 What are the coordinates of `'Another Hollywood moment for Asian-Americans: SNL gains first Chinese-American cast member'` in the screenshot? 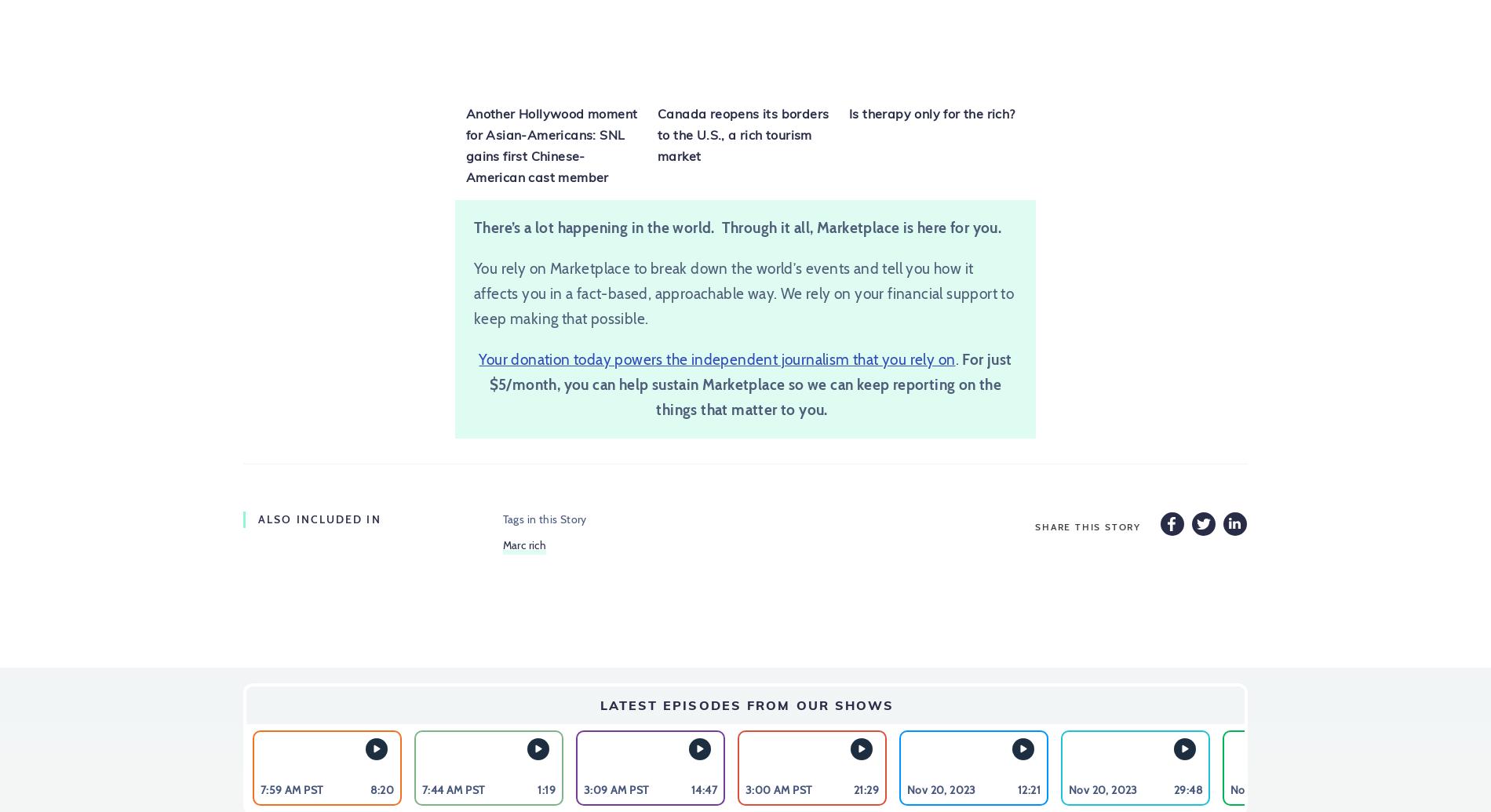 It's located at (465, 145).